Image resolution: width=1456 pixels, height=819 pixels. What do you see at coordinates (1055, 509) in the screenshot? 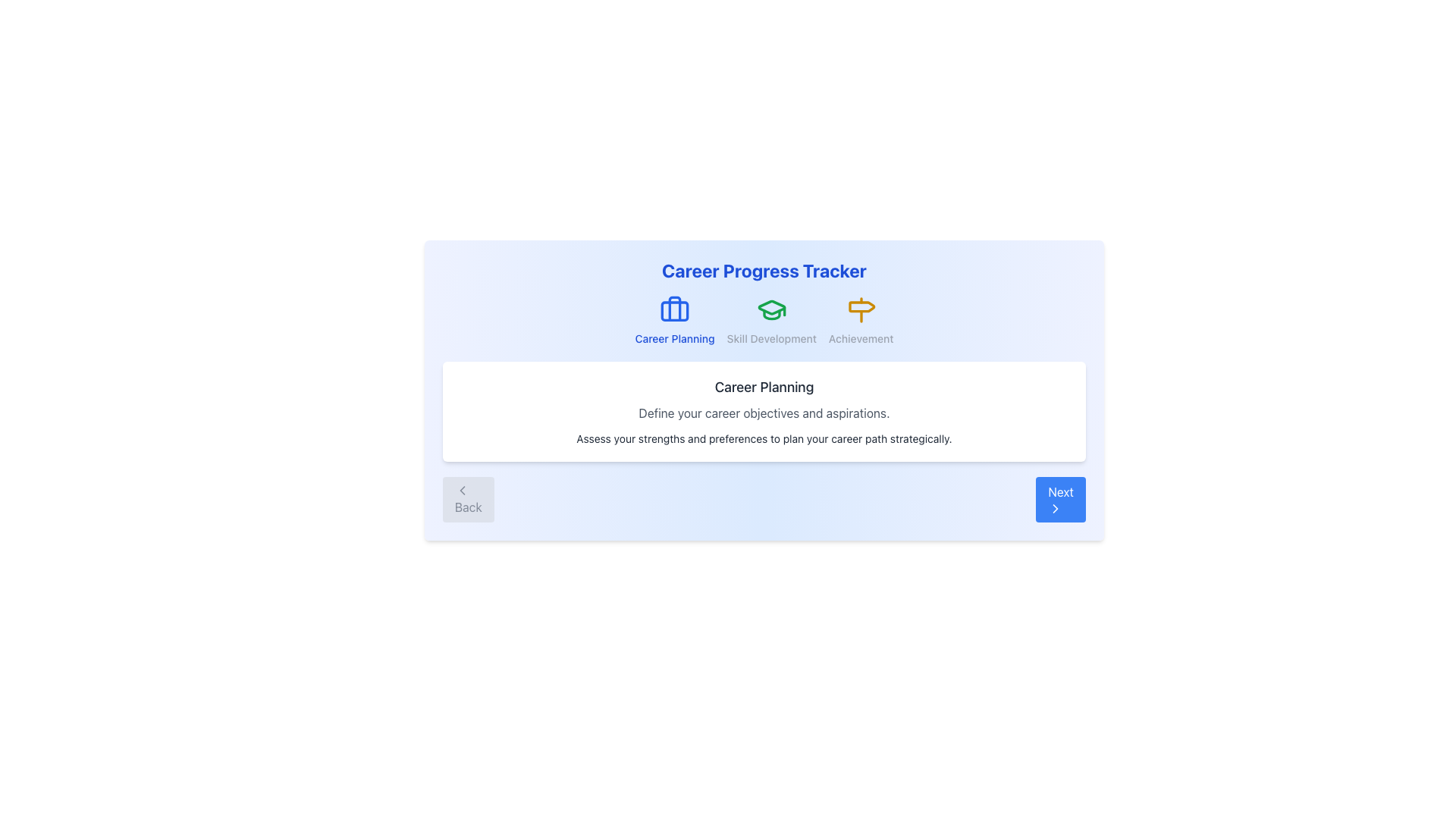
I see `the 'Next' button` at bounding box center [1055, 509].